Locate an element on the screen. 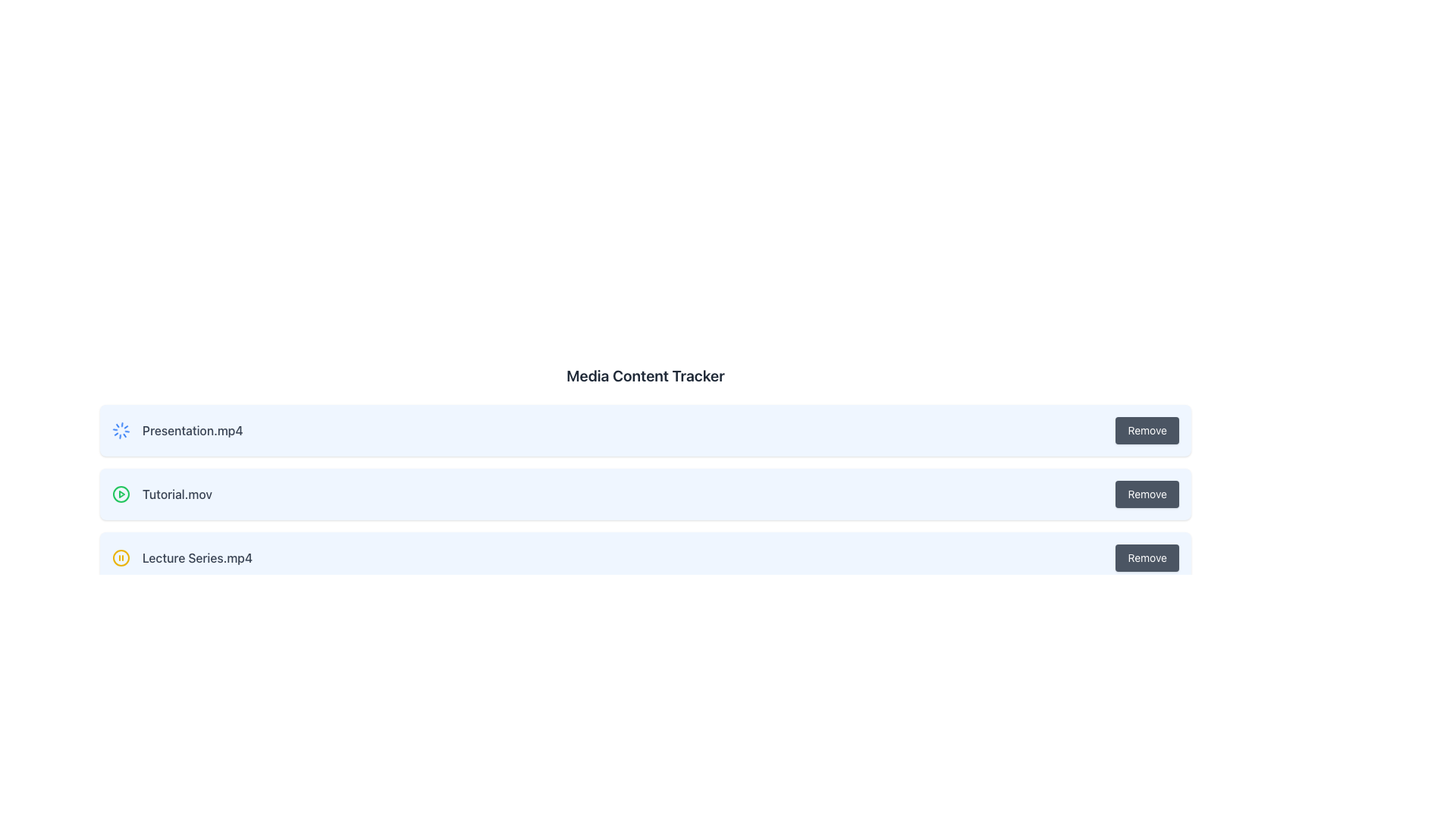  the yellow circular pause icon next to the 'Lecture Series.mp4' label to interact with the media controls is located at coordinates (182, 558).